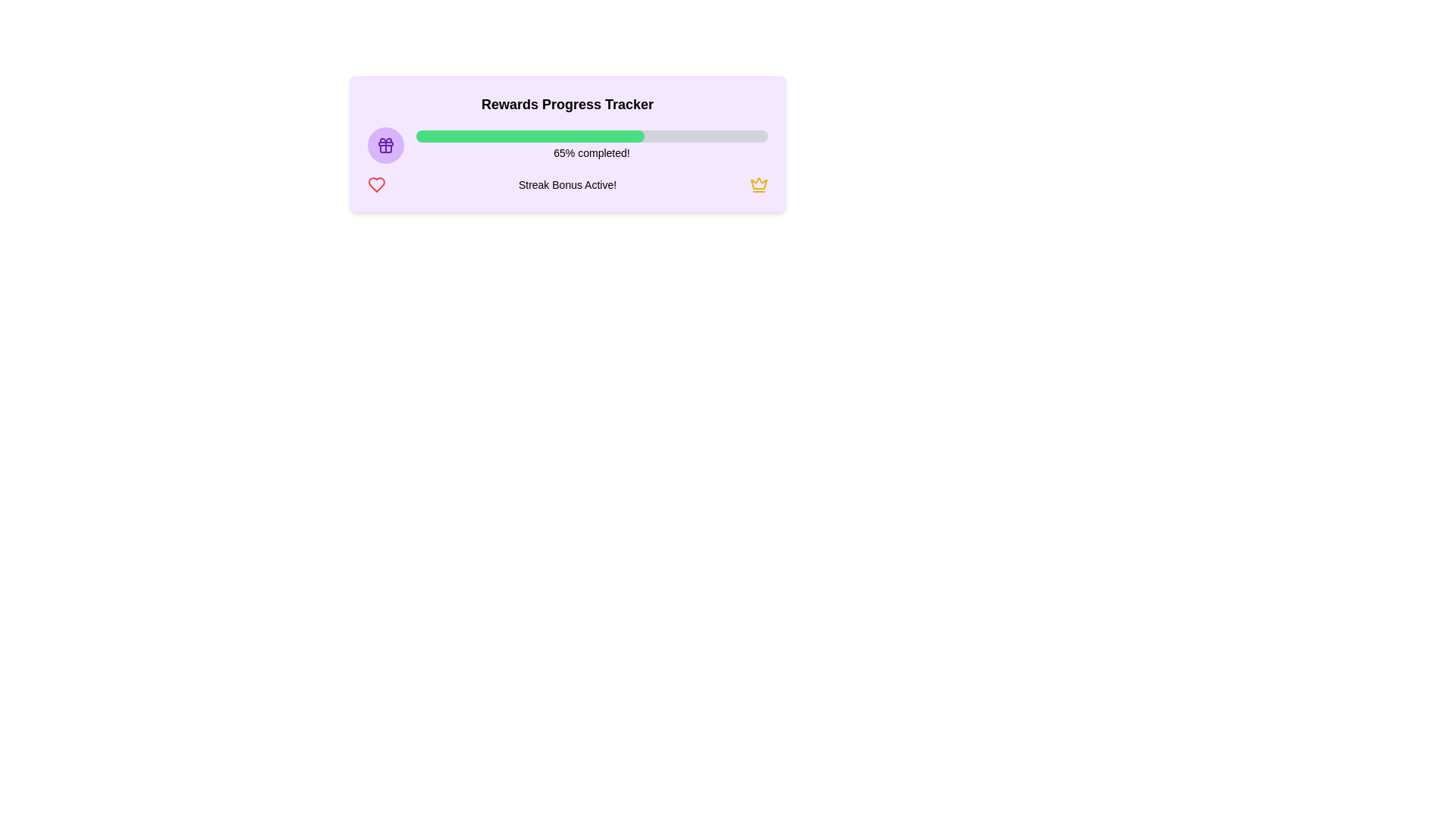 Image resolution: width=1456 pixels, height=819 pixels. What do you see at coordinates (591, 152) in the screenshot?
I see `static text label displaying '65% completed!' which is positioned below the progress bar and is non-interactive` at bounding box center [591, 152].